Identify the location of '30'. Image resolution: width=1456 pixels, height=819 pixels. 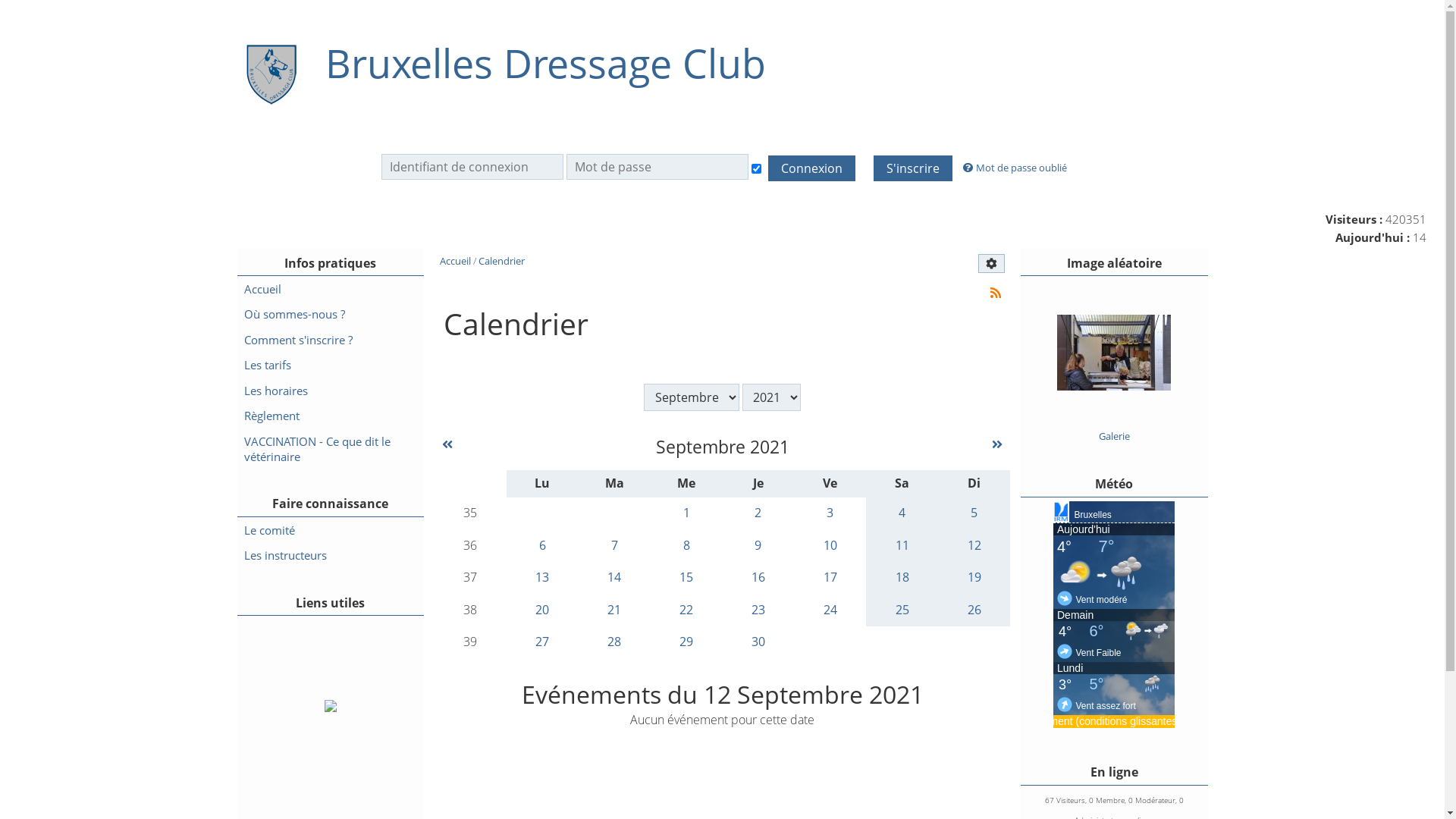
(758, 642).